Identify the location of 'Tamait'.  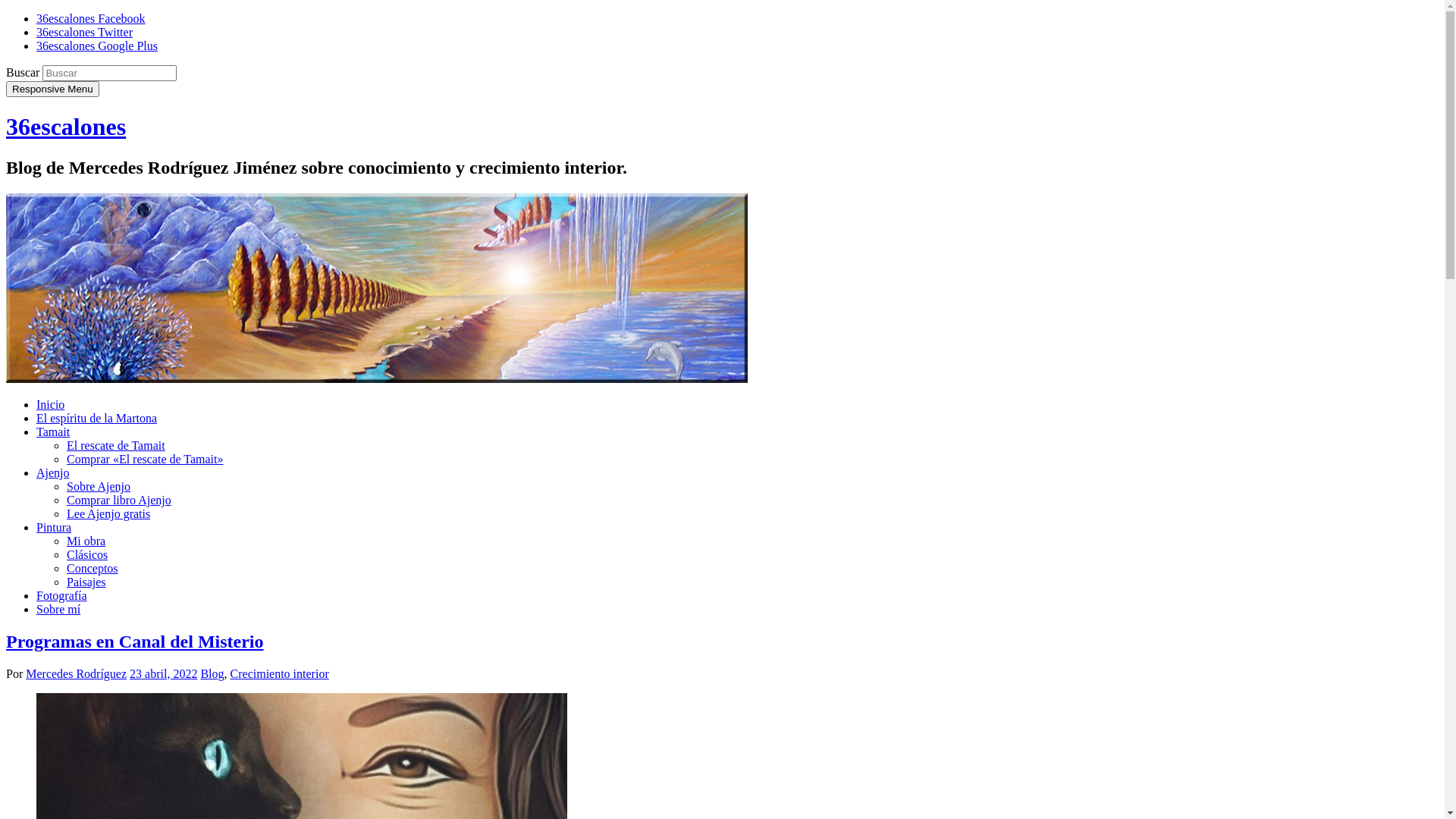
(53, 431).